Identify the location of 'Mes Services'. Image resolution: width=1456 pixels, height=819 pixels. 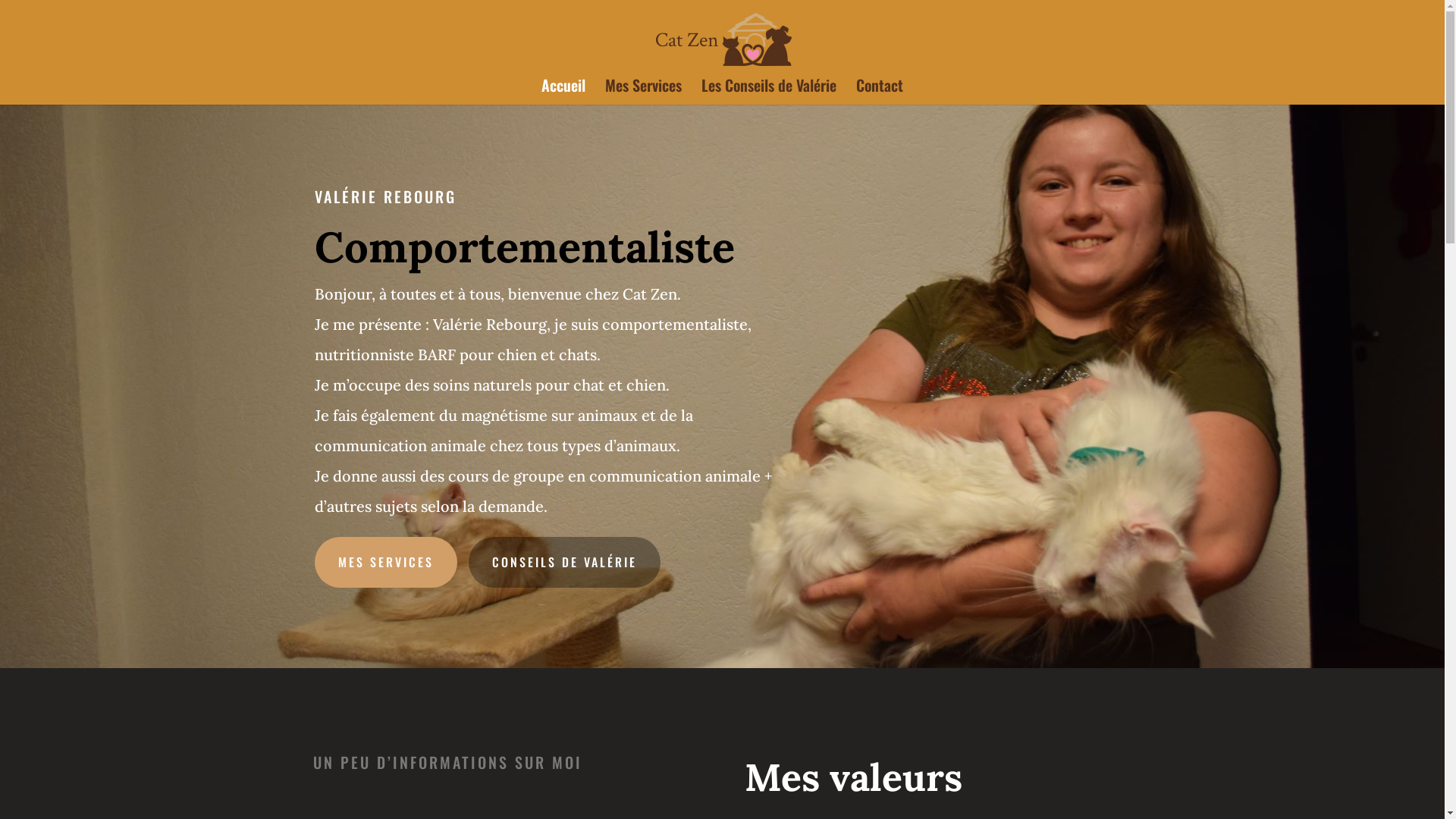
(643, 92).